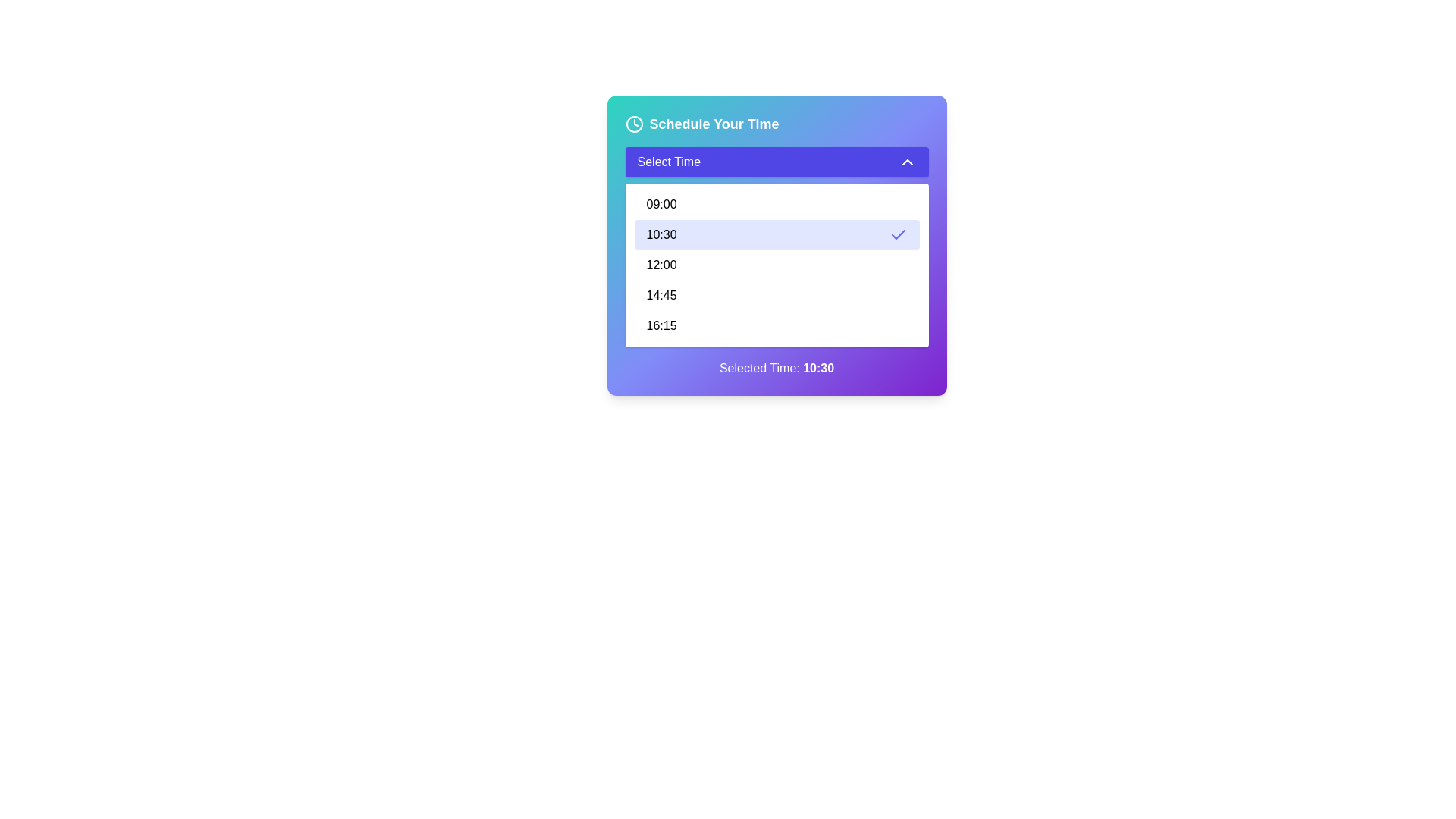 Image resolution: width=1456 pixels, height=819 pixels. I want to click on the selectable time option '12:00' in the dropdown menu, so click(661, 265).